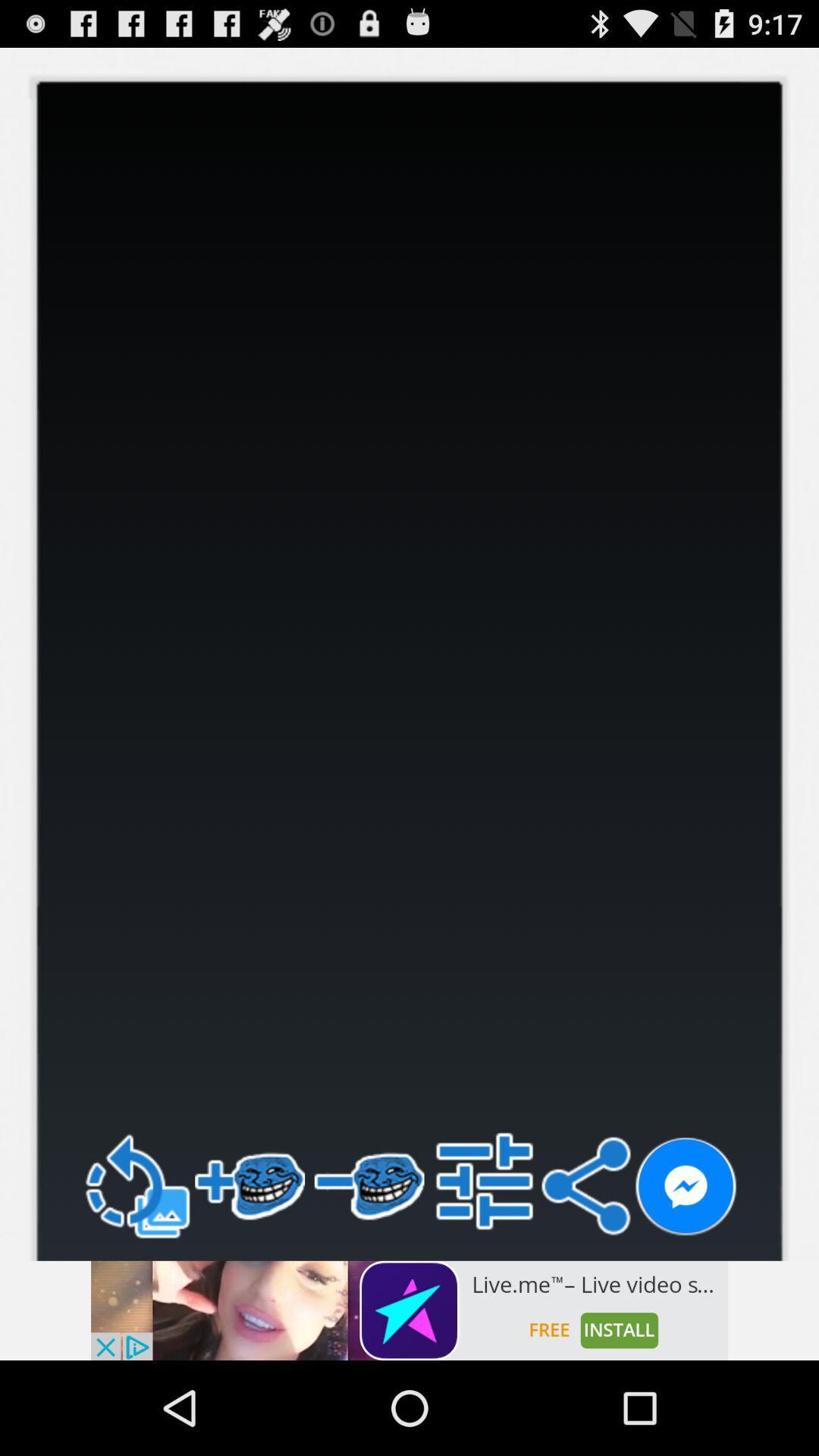  What do you see at coordinates (485, 1180) in the screenshot?
I see `menu` at bounding box center [485, 1180].